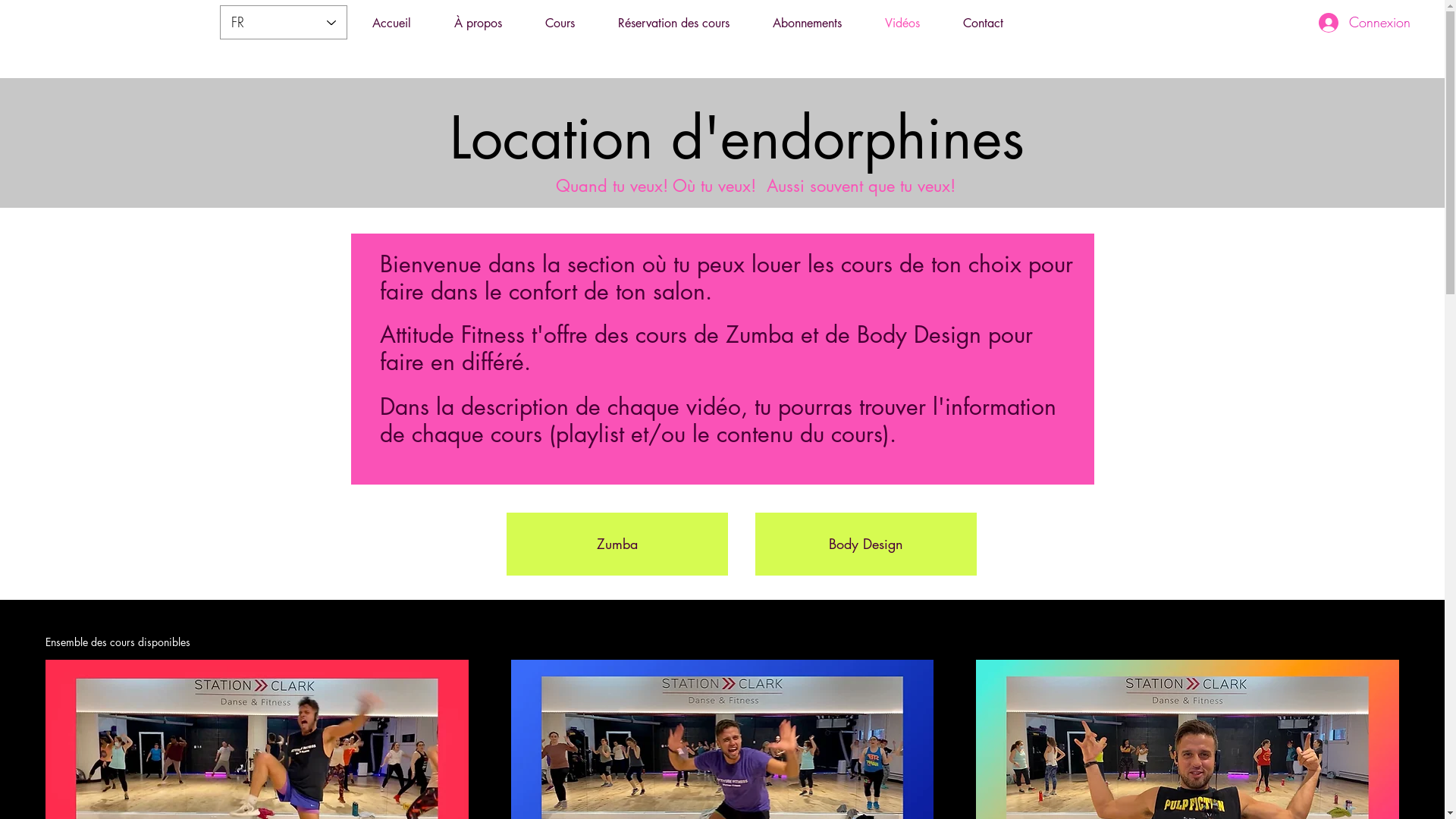 This screenshot has height=819, width=1456. I want to click on 'Connexion', so click(1364, 23).